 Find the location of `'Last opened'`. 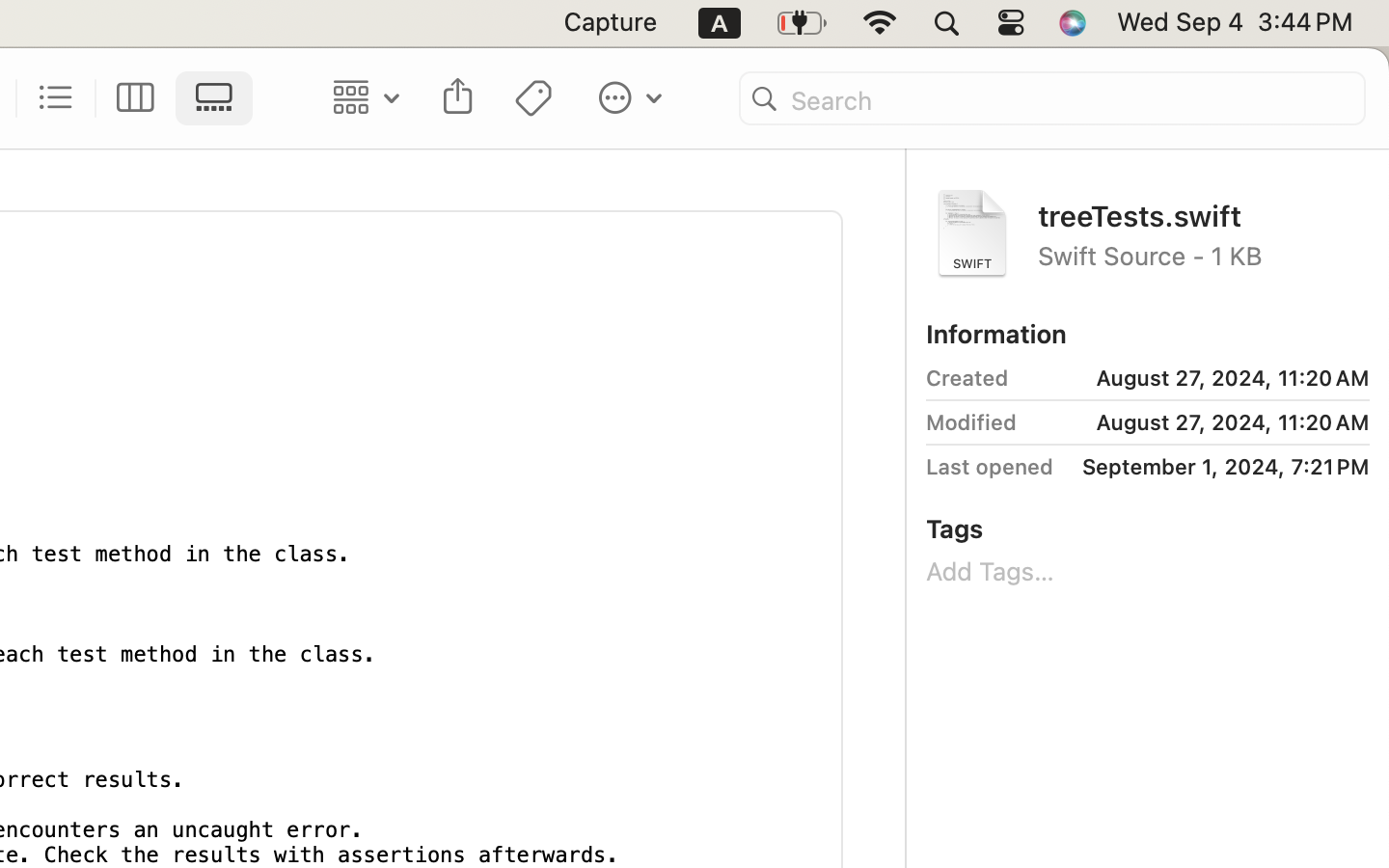

'Last opened' is located at coordinates (990, 466).